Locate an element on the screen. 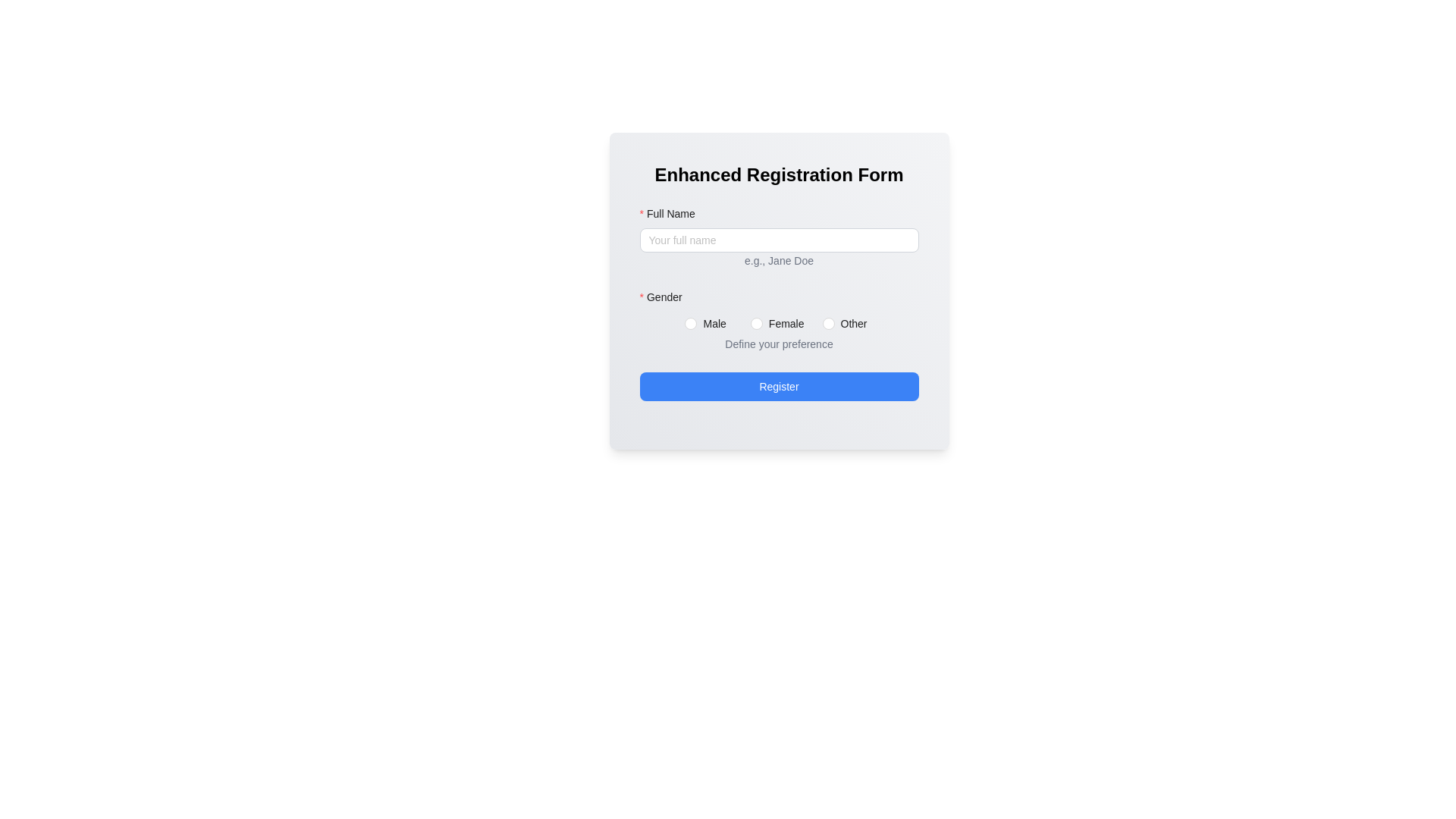  the 'Other' gender option radio button associated with the text label in the registration form is located at coordinates (854, 323).